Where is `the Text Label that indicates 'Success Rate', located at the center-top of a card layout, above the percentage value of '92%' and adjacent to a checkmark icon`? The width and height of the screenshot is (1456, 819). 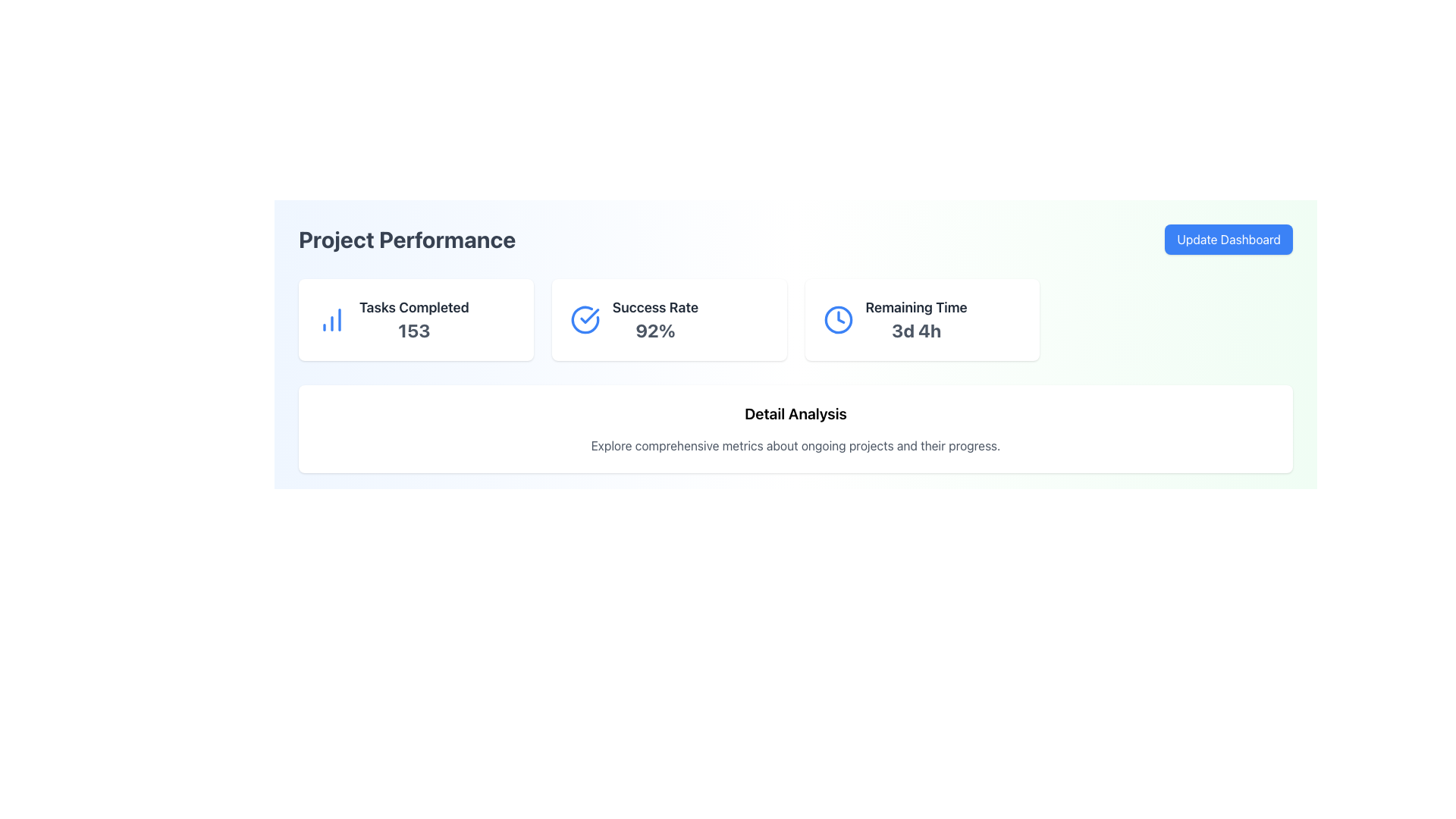
the Text Label that indicates 'Success Rate', located at the center-top of a card layout, above the percentage value of '92%' and adjacent to a checkmark icon is located at coordinates (655, 307).